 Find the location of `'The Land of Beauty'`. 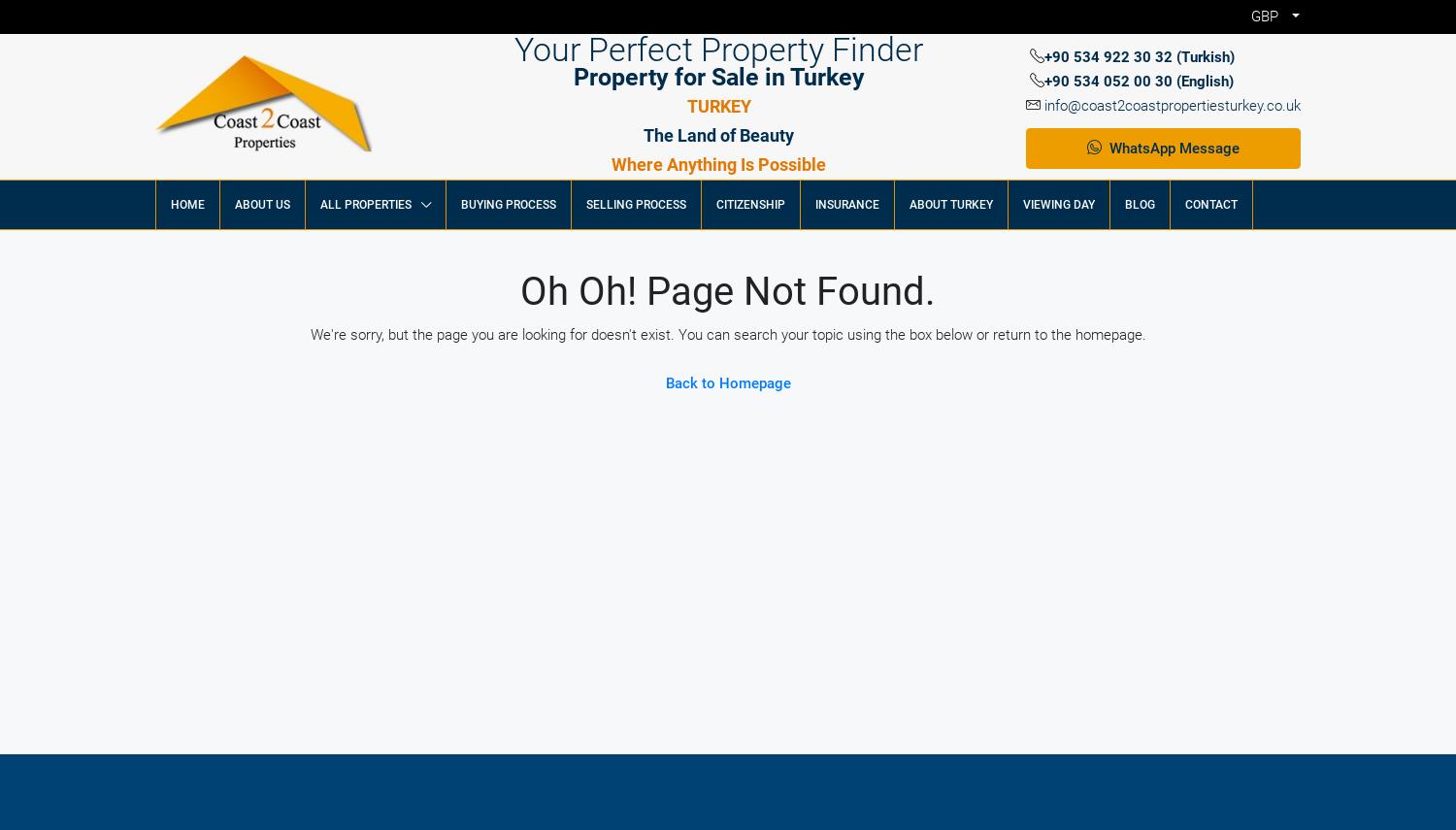

'The Land of Beauty' is located at coordinates (717, 134).